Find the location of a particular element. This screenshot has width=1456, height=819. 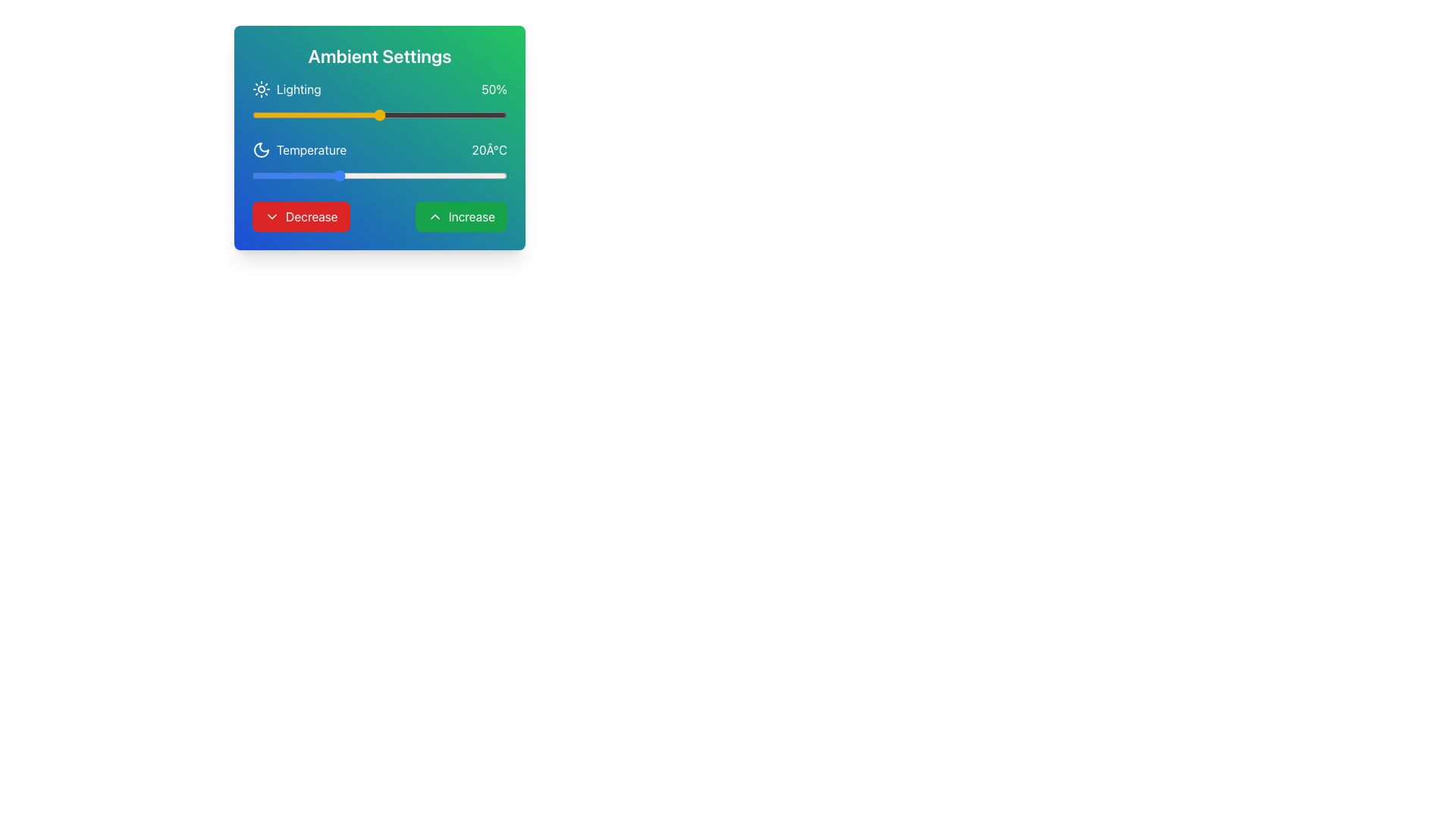

the Temperature control widget located within the 'Ambient Settings' card, which allows users to adjust the temperature setting is located at coordinates (379, 162).